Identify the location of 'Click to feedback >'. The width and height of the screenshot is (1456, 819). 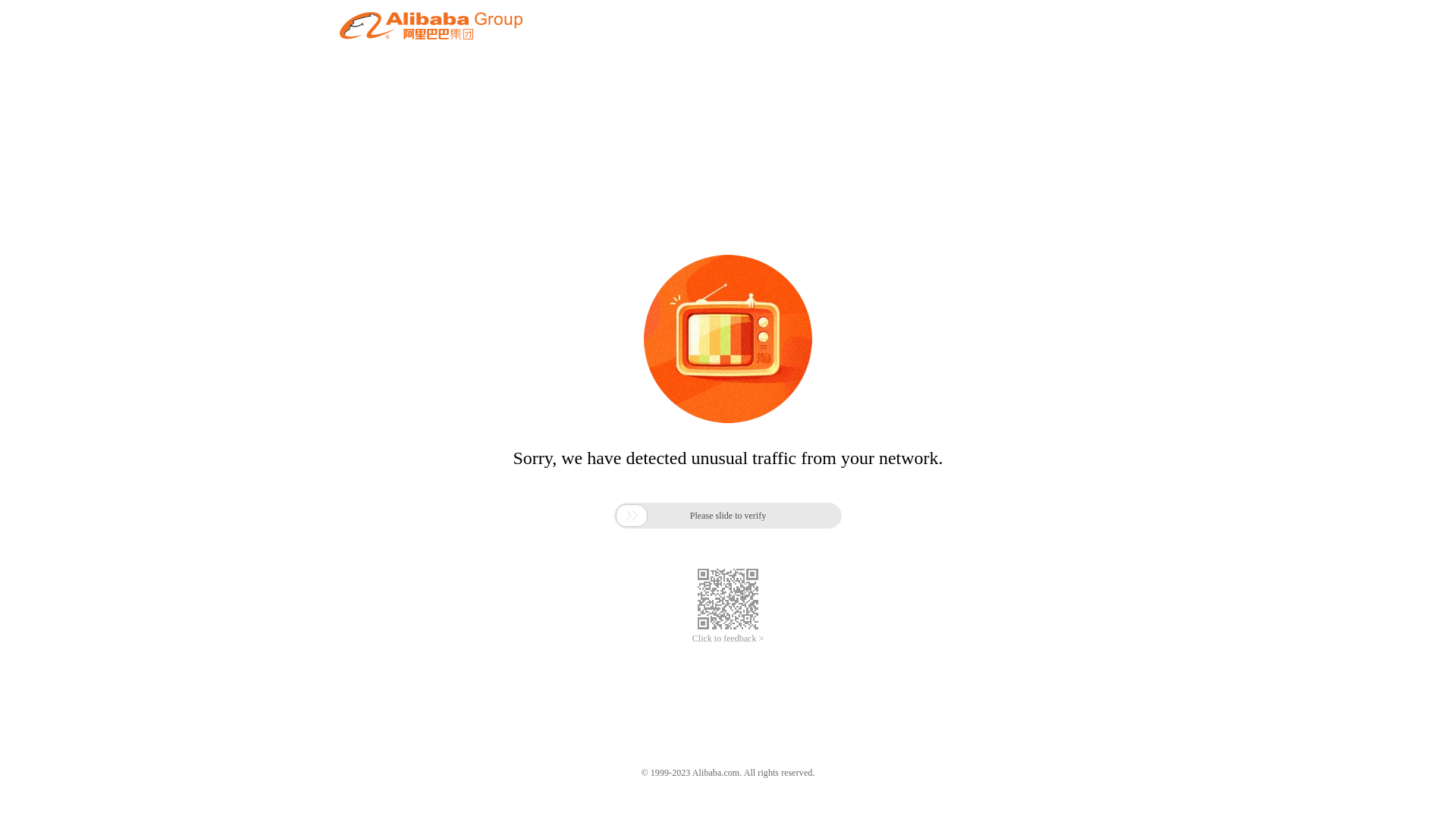
(728, 639).